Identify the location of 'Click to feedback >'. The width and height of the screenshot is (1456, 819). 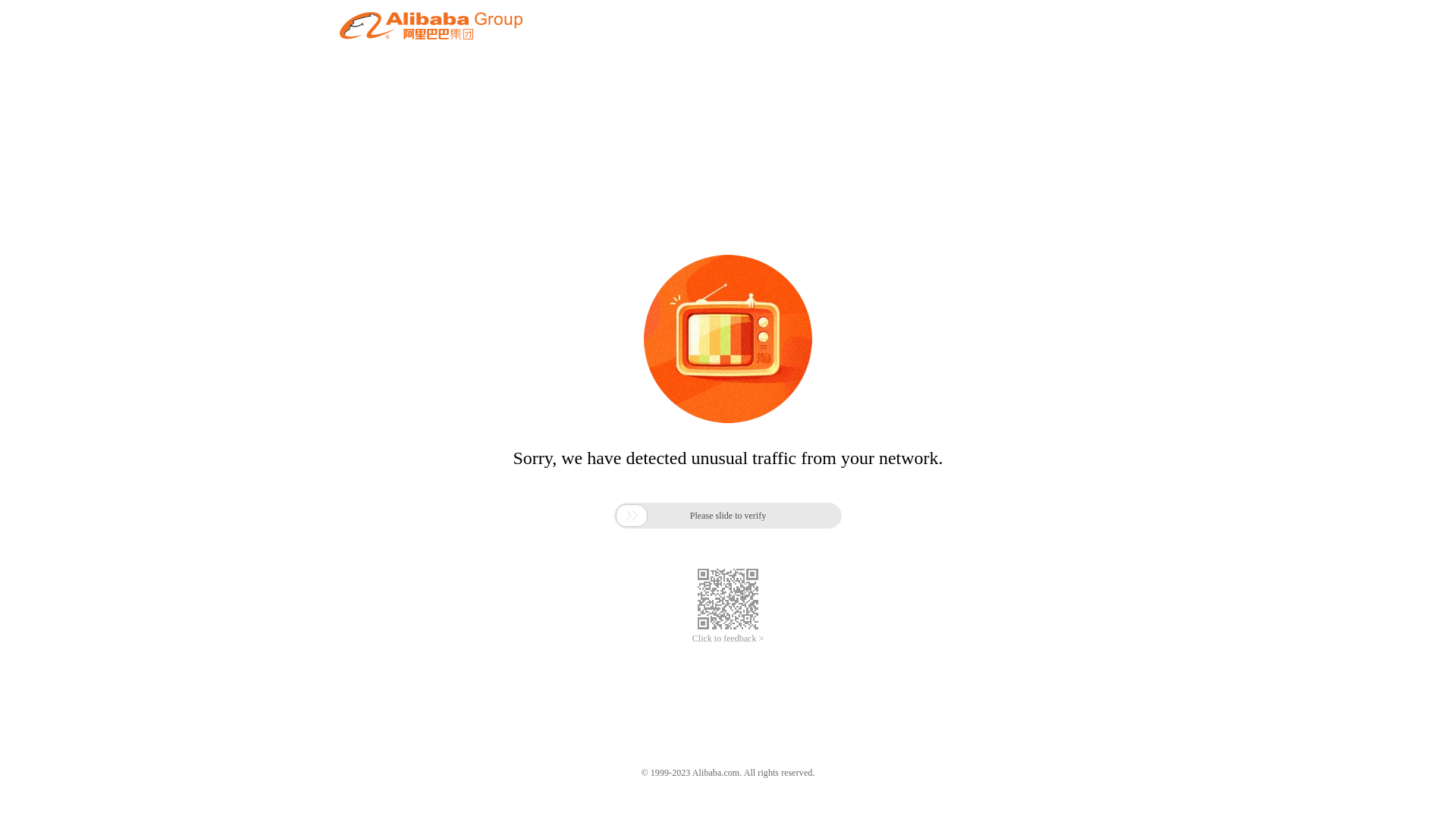
(728, 639).